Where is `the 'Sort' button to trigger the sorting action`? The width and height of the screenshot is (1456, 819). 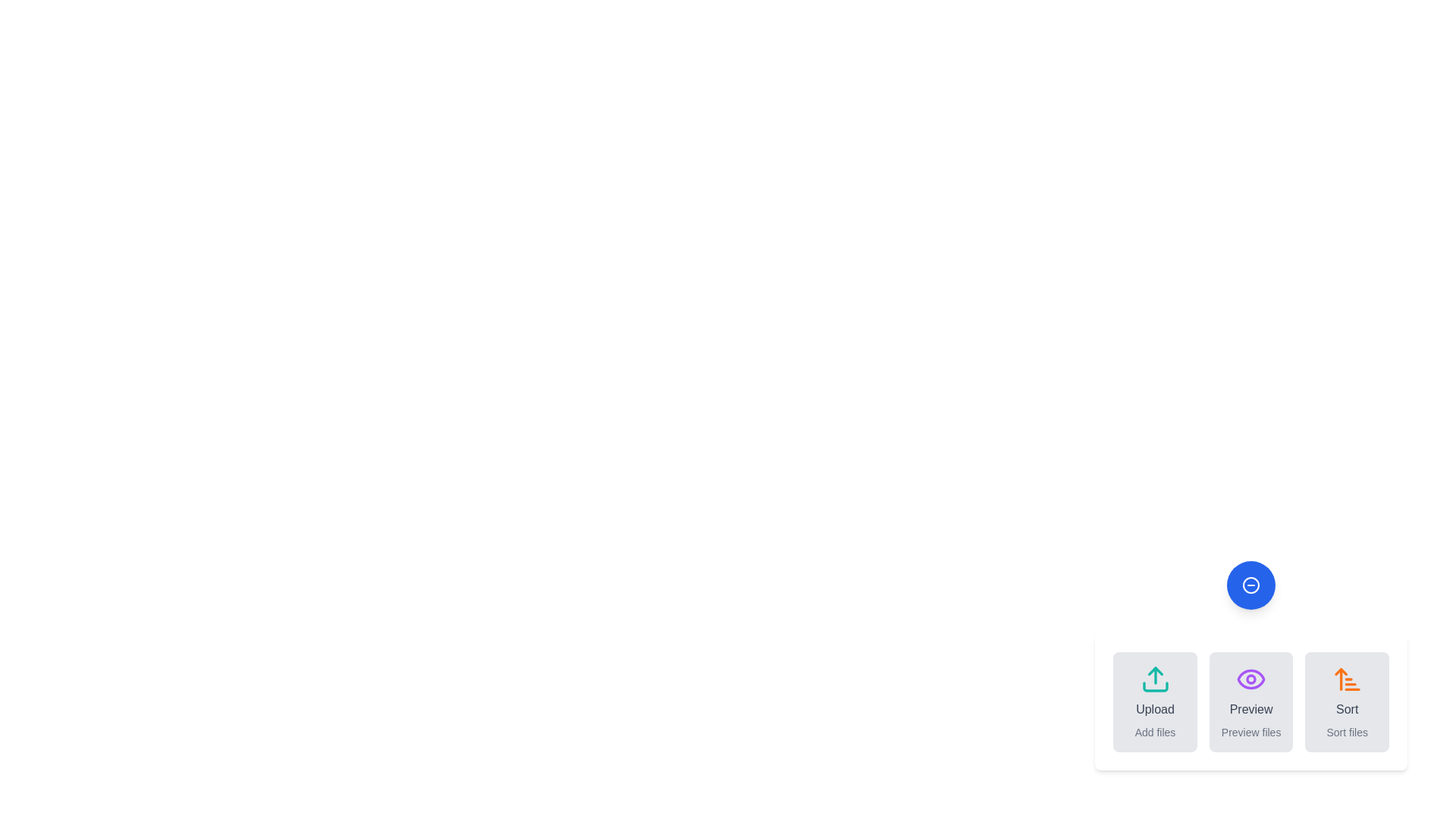
the 'Sort' button to trigger the sorting action is located at coordinates (1347, 701).